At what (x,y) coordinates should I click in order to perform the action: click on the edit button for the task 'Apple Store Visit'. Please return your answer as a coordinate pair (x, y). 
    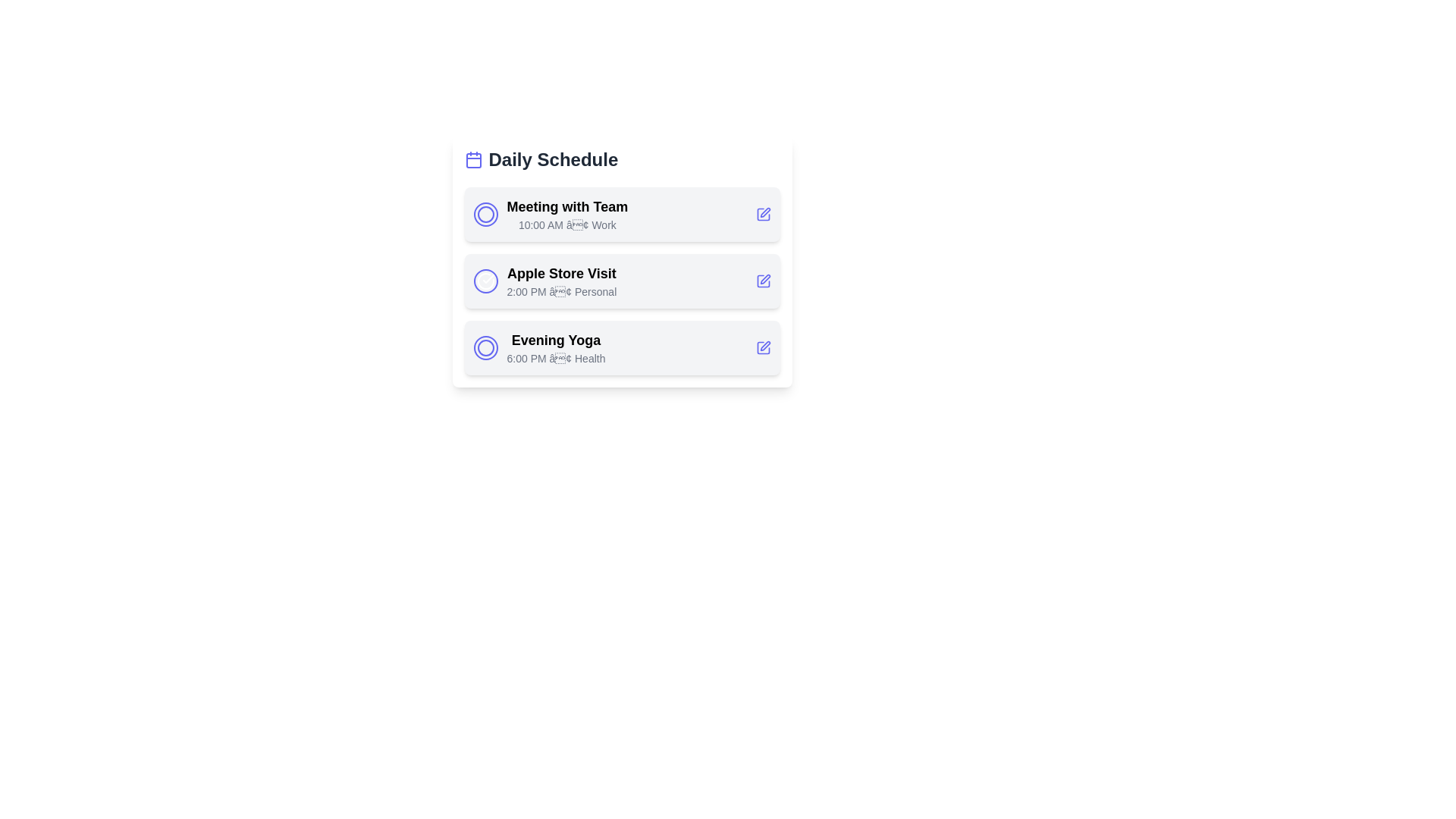
    Looking at the image, I should click on (763, 281).